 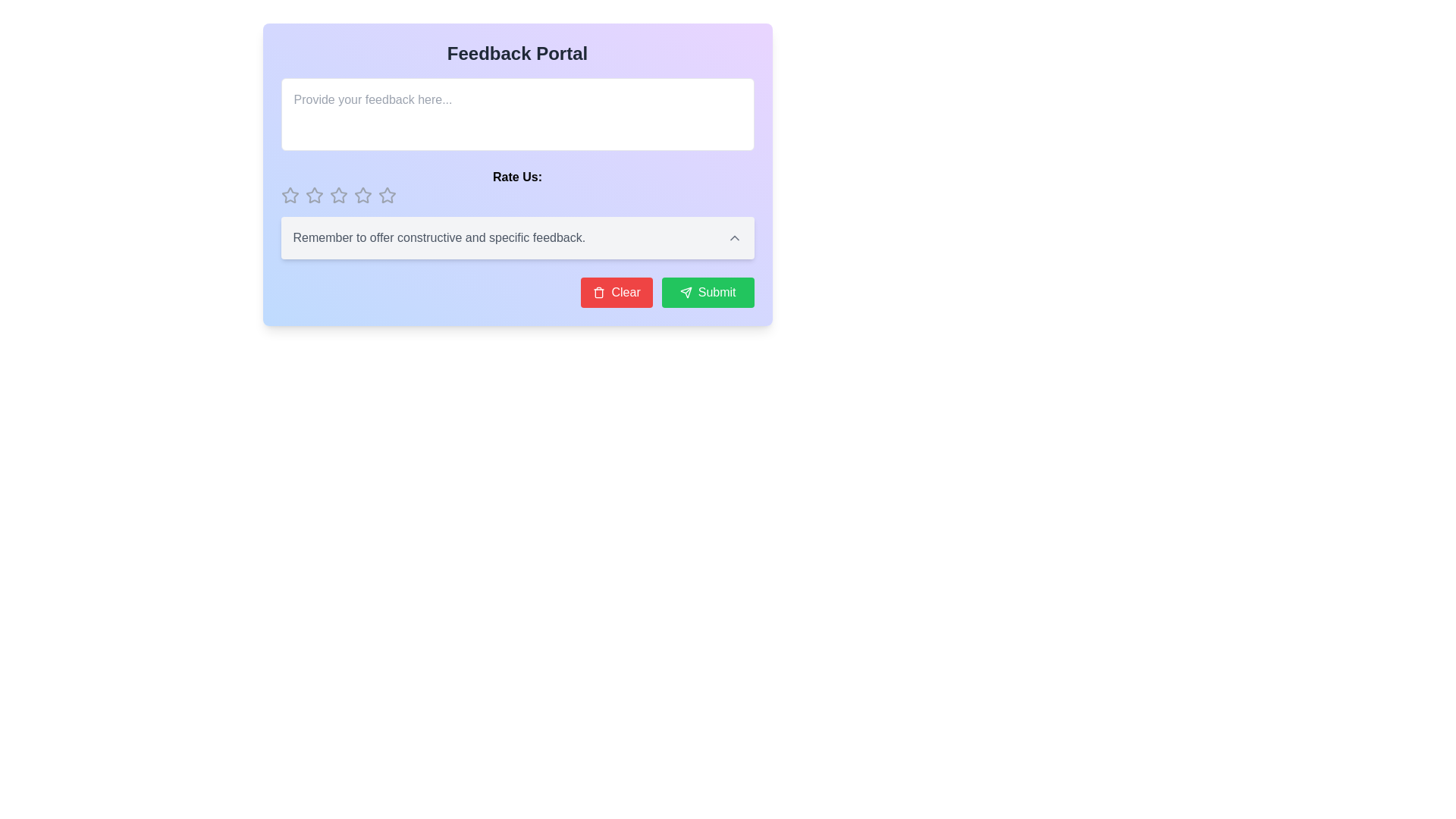 What do you see at coordinates (517, 237) in the screenshot?
I see `the text element providing feedback quality expectations located near the bottom-center of the interface below the star icons` at bounding box center [517, 237].